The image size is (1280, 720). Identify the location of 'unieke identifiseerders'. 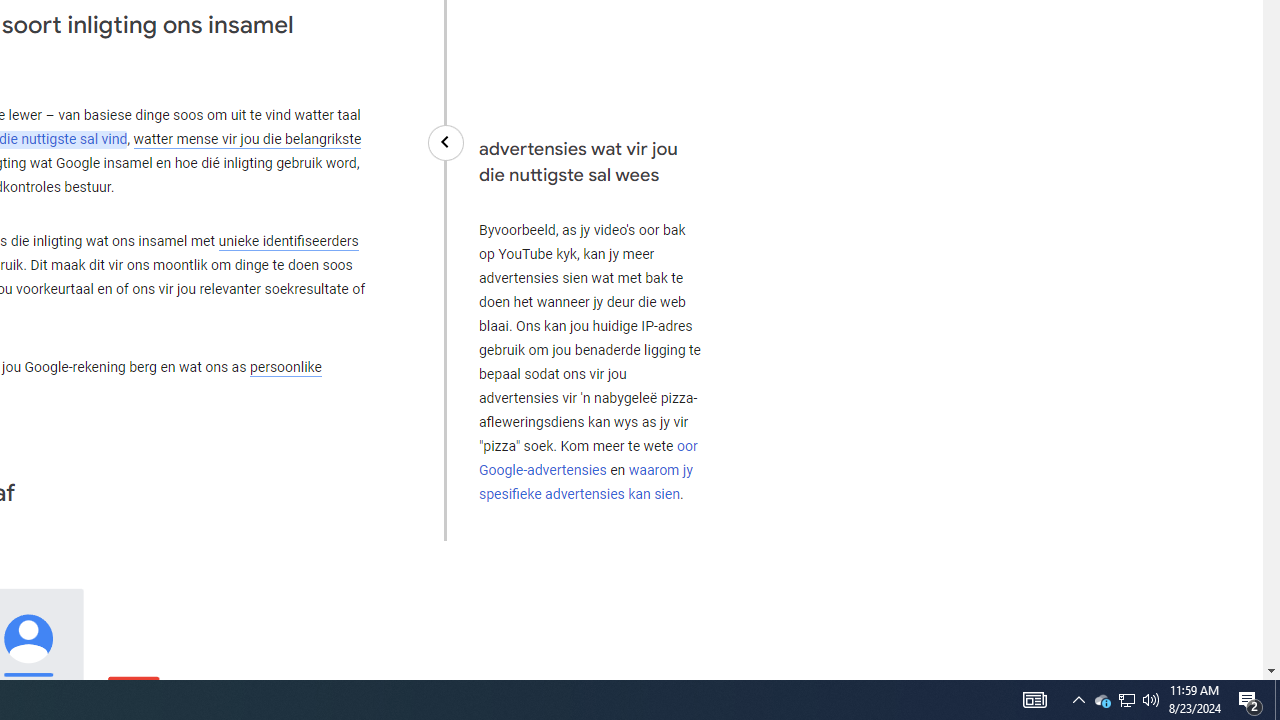
(287, 240).